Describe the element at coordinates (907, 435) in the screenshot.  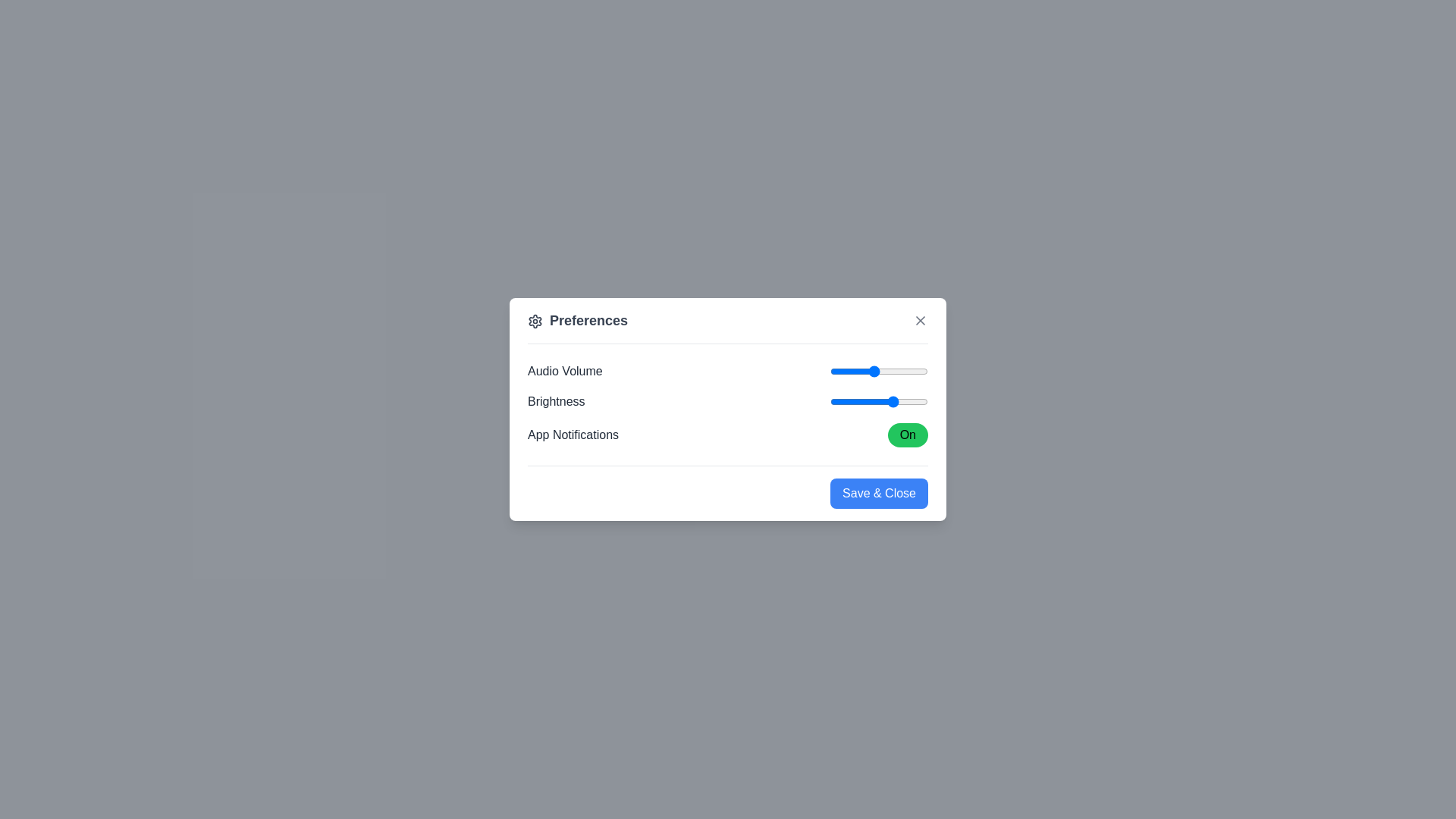
I see `the 'App Notifications' toggle switch to change its state` at that location.